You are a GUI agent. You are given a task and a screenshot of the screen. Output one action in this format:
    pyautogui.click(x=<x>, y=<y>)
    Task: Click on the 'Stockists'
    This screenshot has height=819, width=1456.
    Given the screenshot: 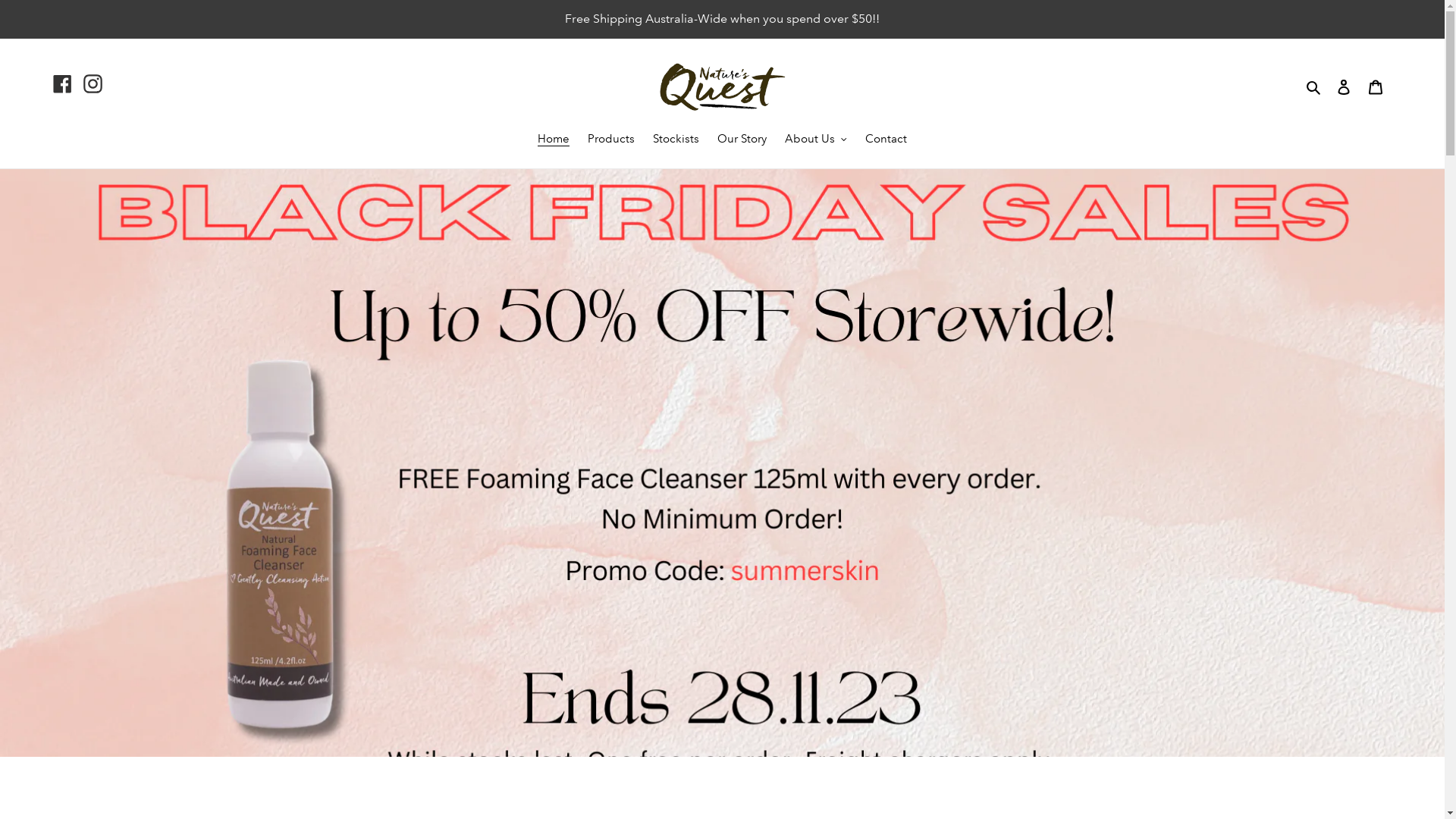 What is the action you would take?
    pyautogui.click(x=675, y=140)
    